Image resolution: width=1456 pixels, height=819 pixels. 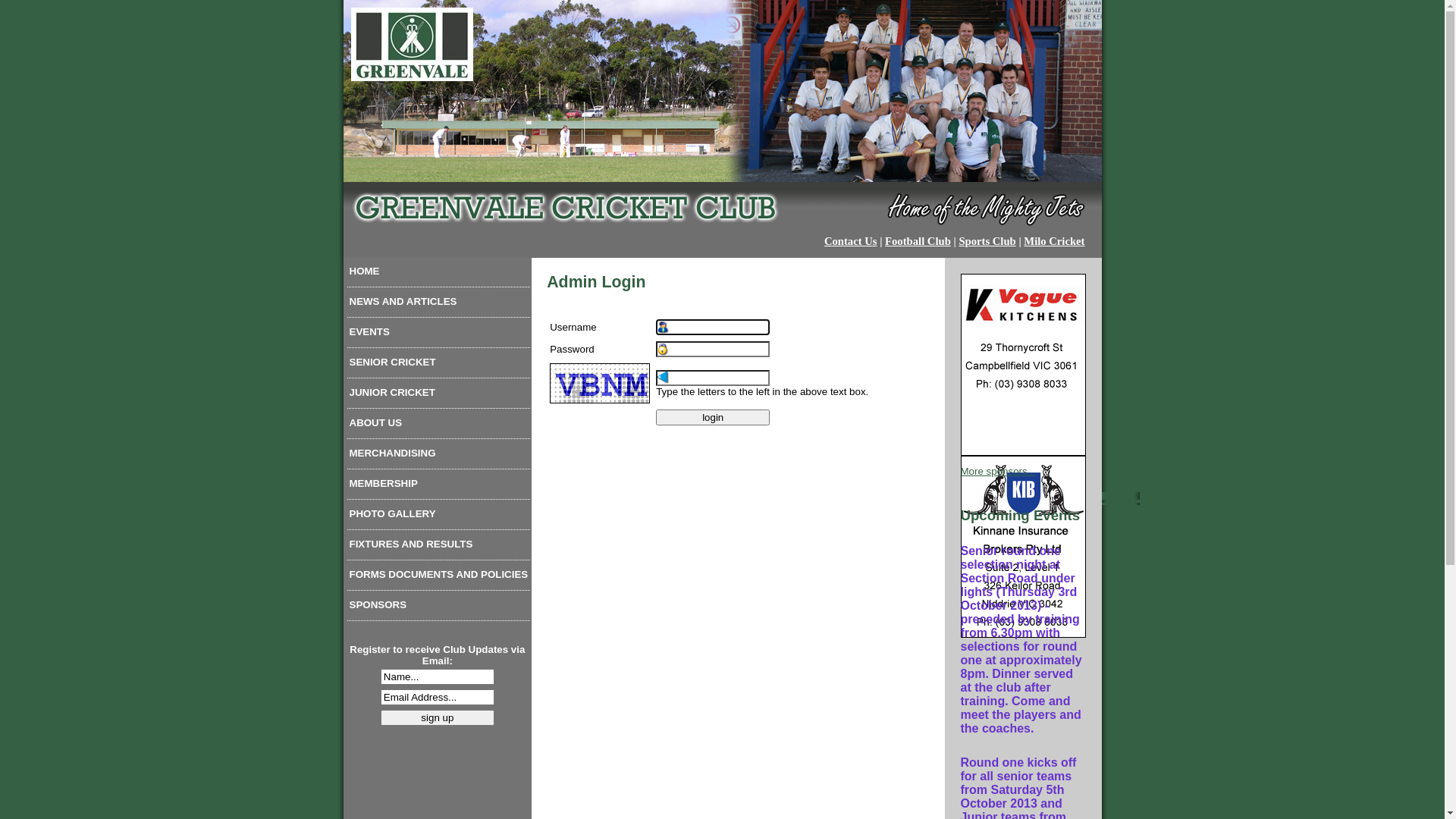 What do you see at coordinates (438, 366) in the screenshot?
I see `'SENIOR CRICKET'` at bounding box center [438, 366].